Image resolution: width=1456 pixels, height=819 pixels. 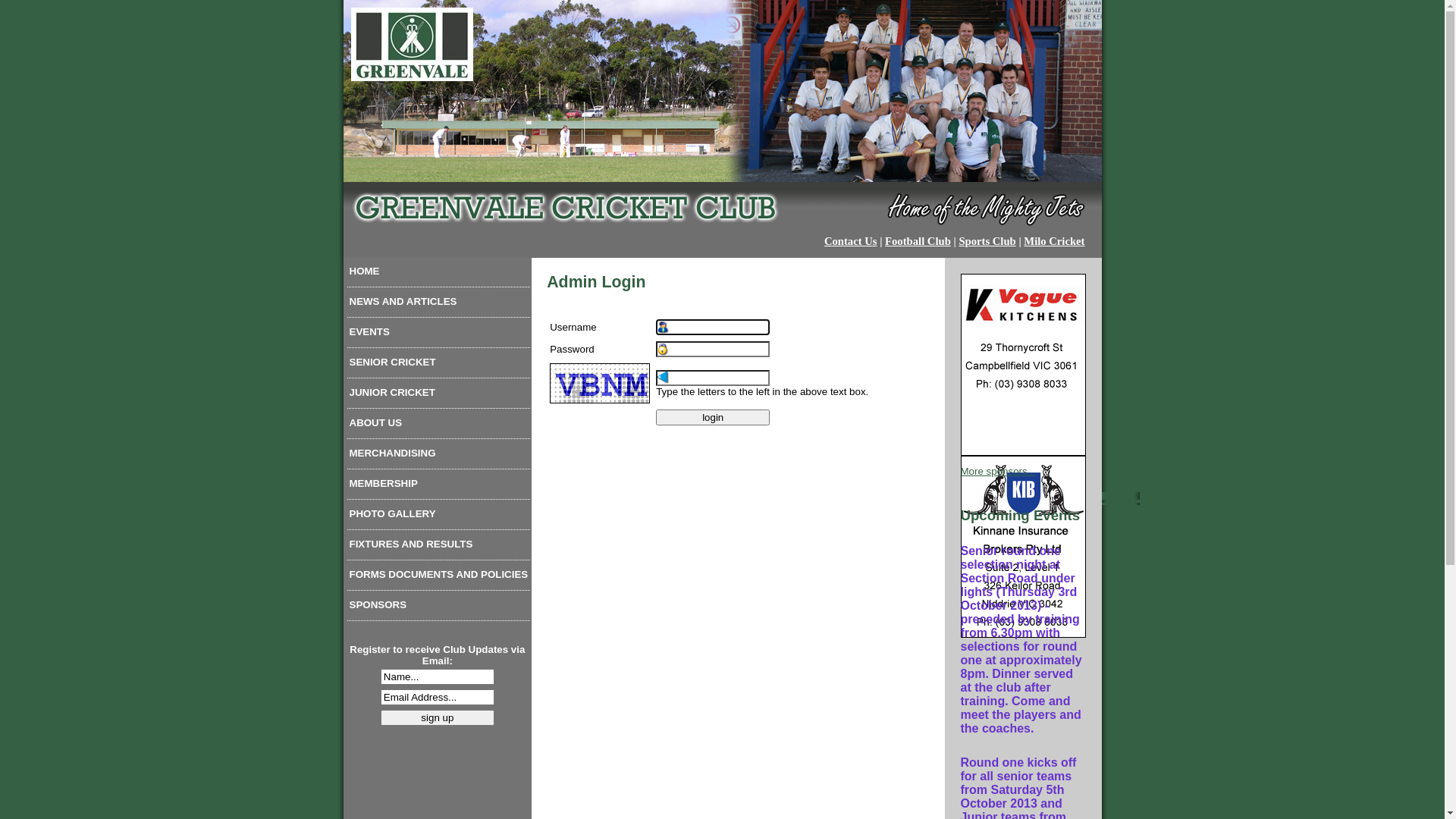 What do you see at coordinates (438, 366) in the screenshot?
I see `'SENIOR CRICKET'` at bounding box center [438, 366].